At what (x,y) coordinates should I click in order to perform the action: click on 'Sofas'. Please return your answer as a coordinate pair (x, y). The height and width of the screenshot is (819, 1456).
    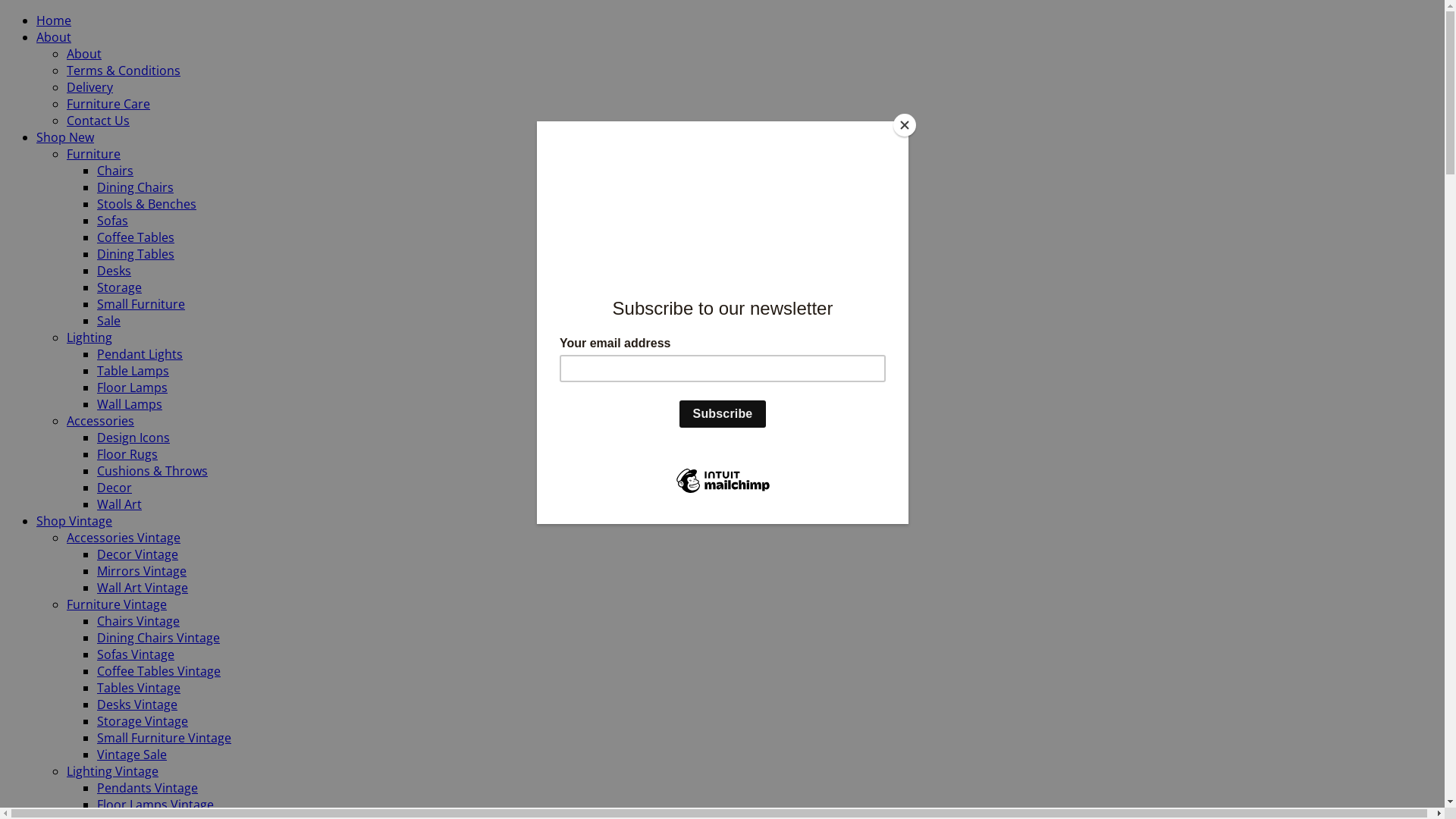
    Looking at the image, I should click on (111, 220).